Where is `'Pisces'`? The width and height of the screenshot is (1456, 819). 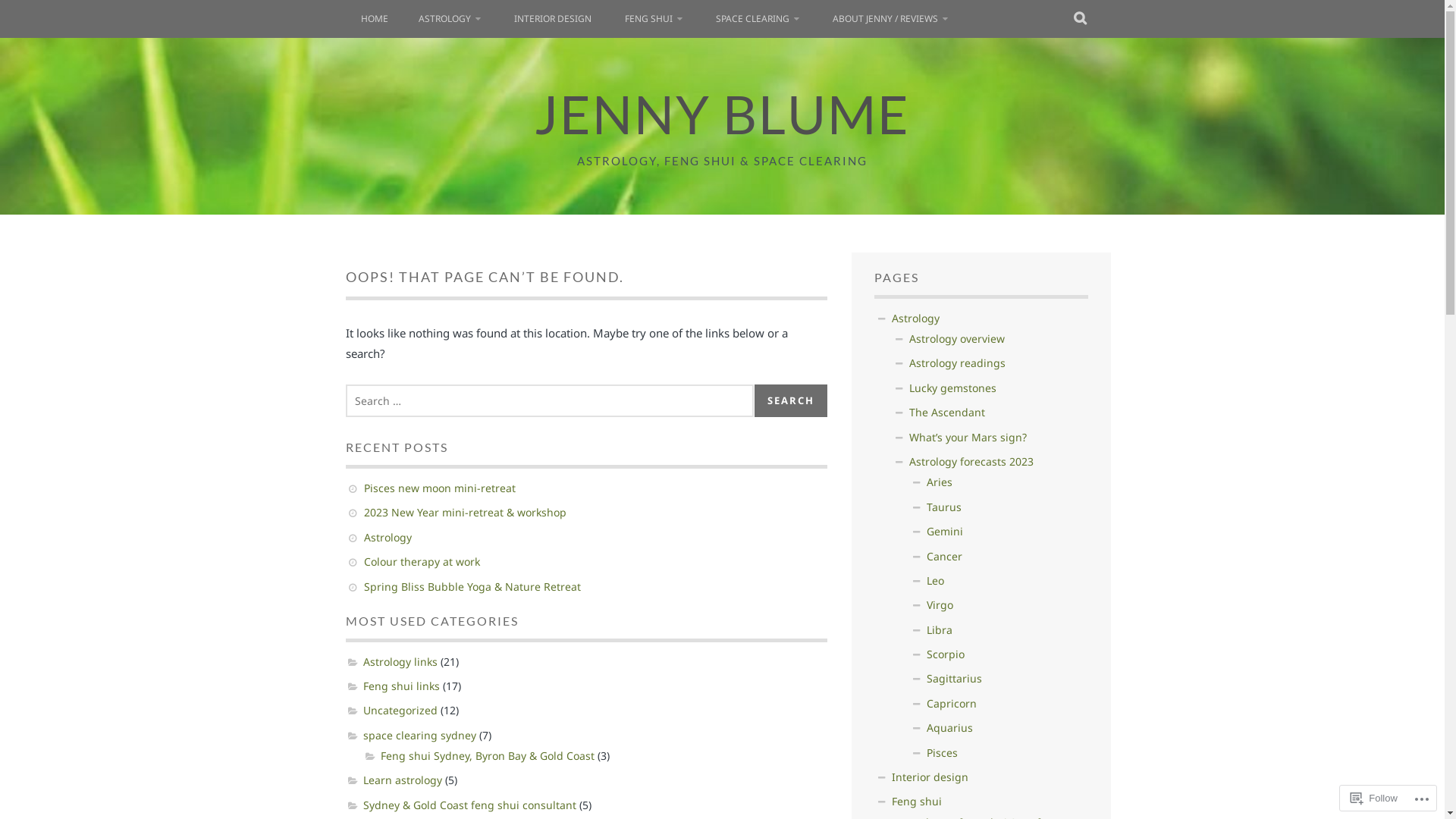
'Pisces' is located at coordinates (941, 752).